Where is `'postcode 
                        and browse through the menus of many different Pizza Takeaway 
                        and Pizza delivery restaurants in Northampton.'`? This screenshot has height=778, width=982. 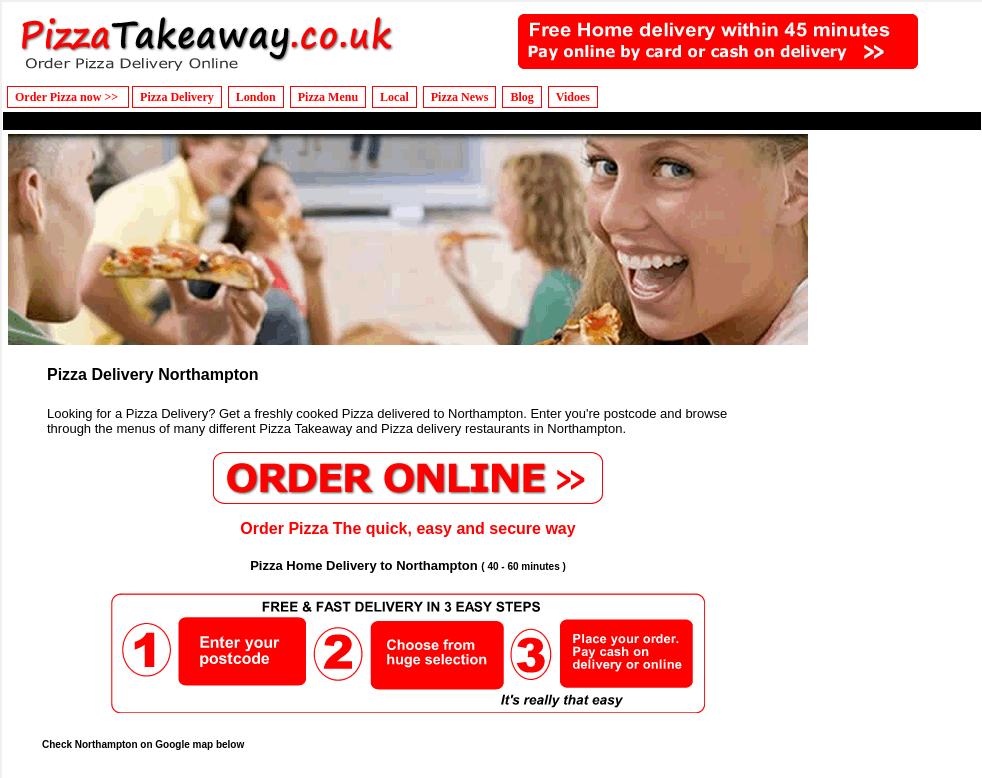 'postcode 
                        and browse through the menus of many different Pizza Takeaway 
                        and Pizza delivery restaurants in Northampton.' is located at coordinates (387, 419).